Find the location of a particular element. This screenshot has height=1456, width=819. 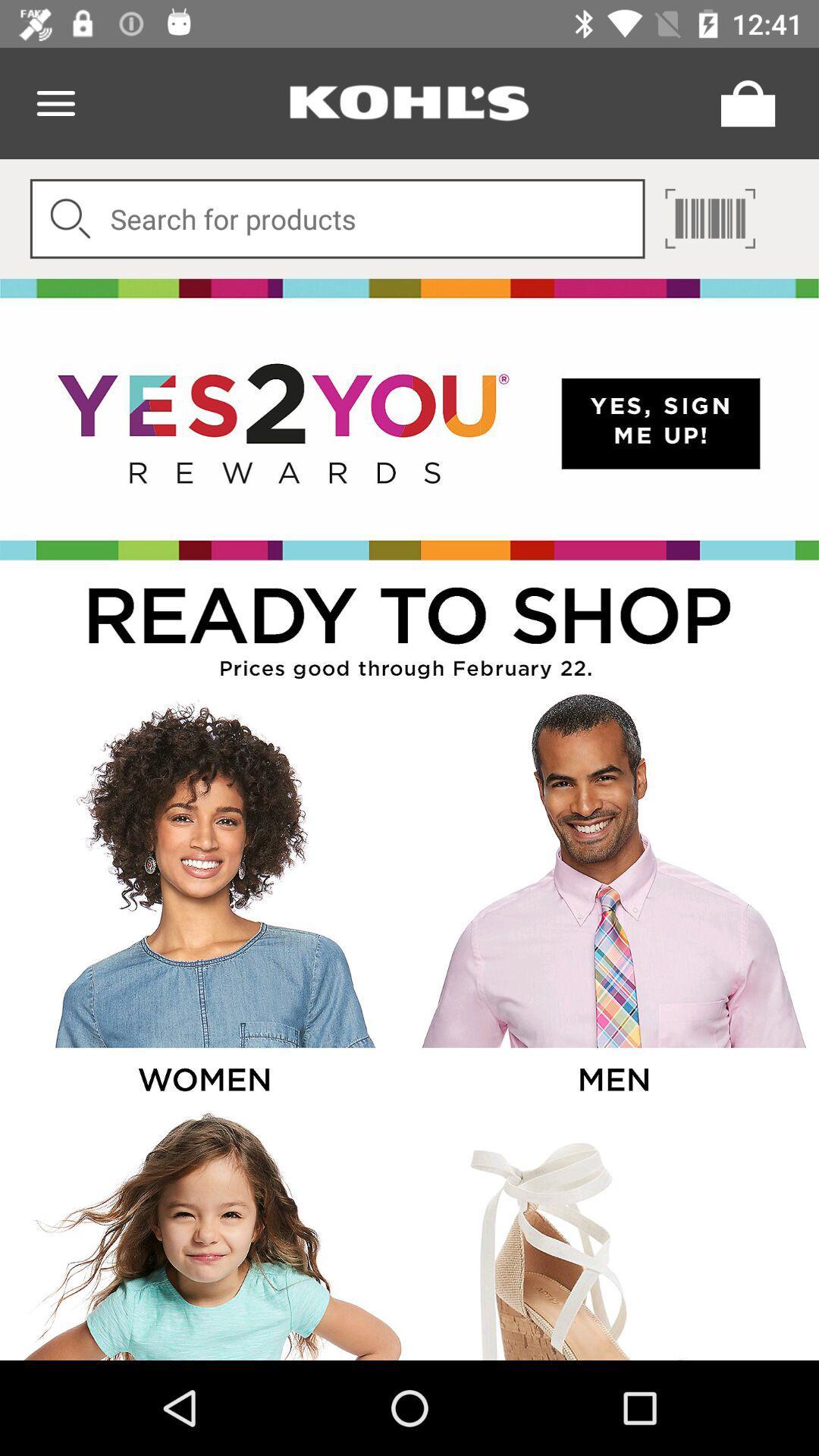

menu page is located at coordinates (743, 102).